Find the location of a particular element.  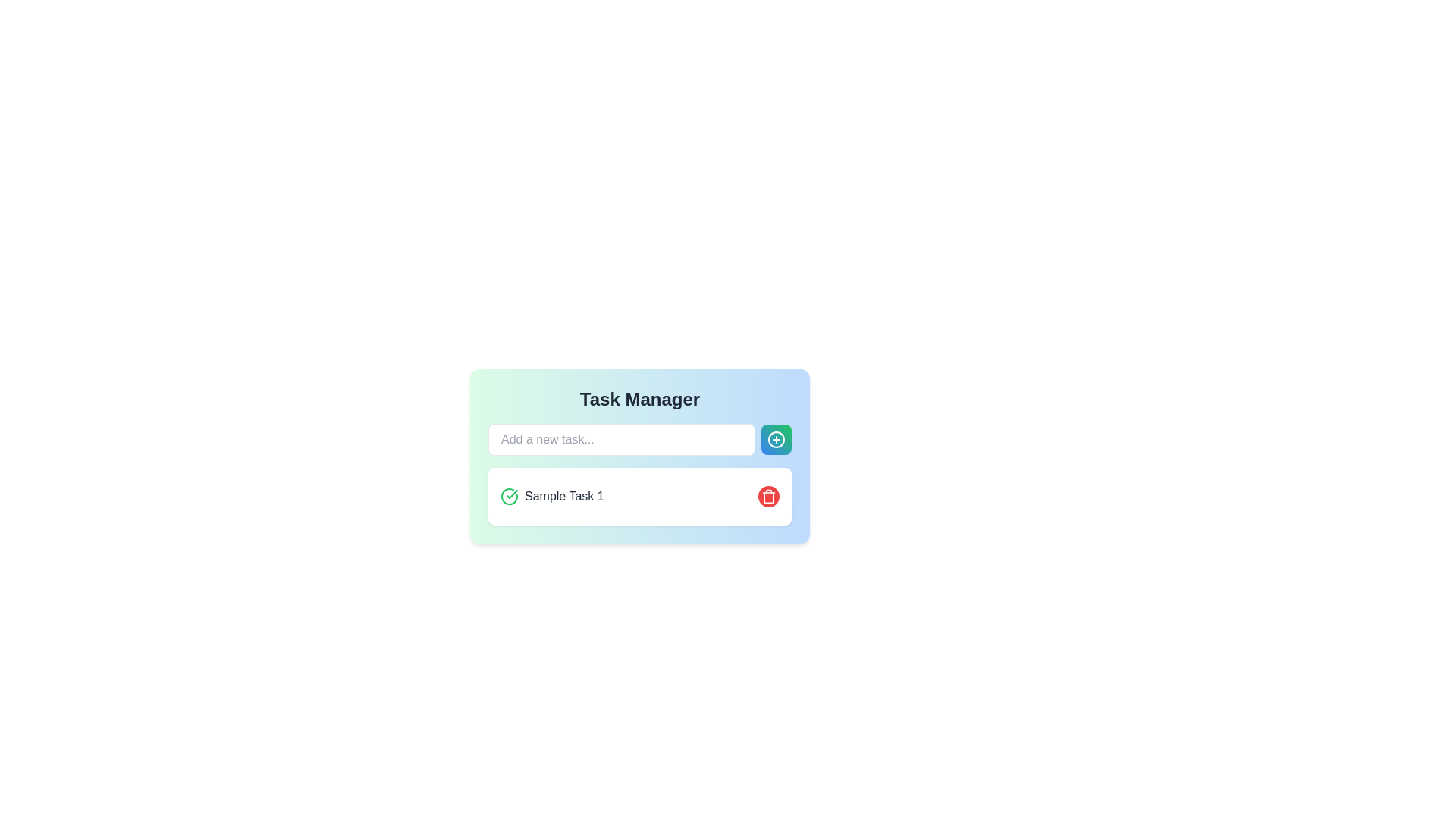

the text label that displays the name or description of a task in the task management interface, which is located to the left of a red delete button is located at coordinates (551, 497).